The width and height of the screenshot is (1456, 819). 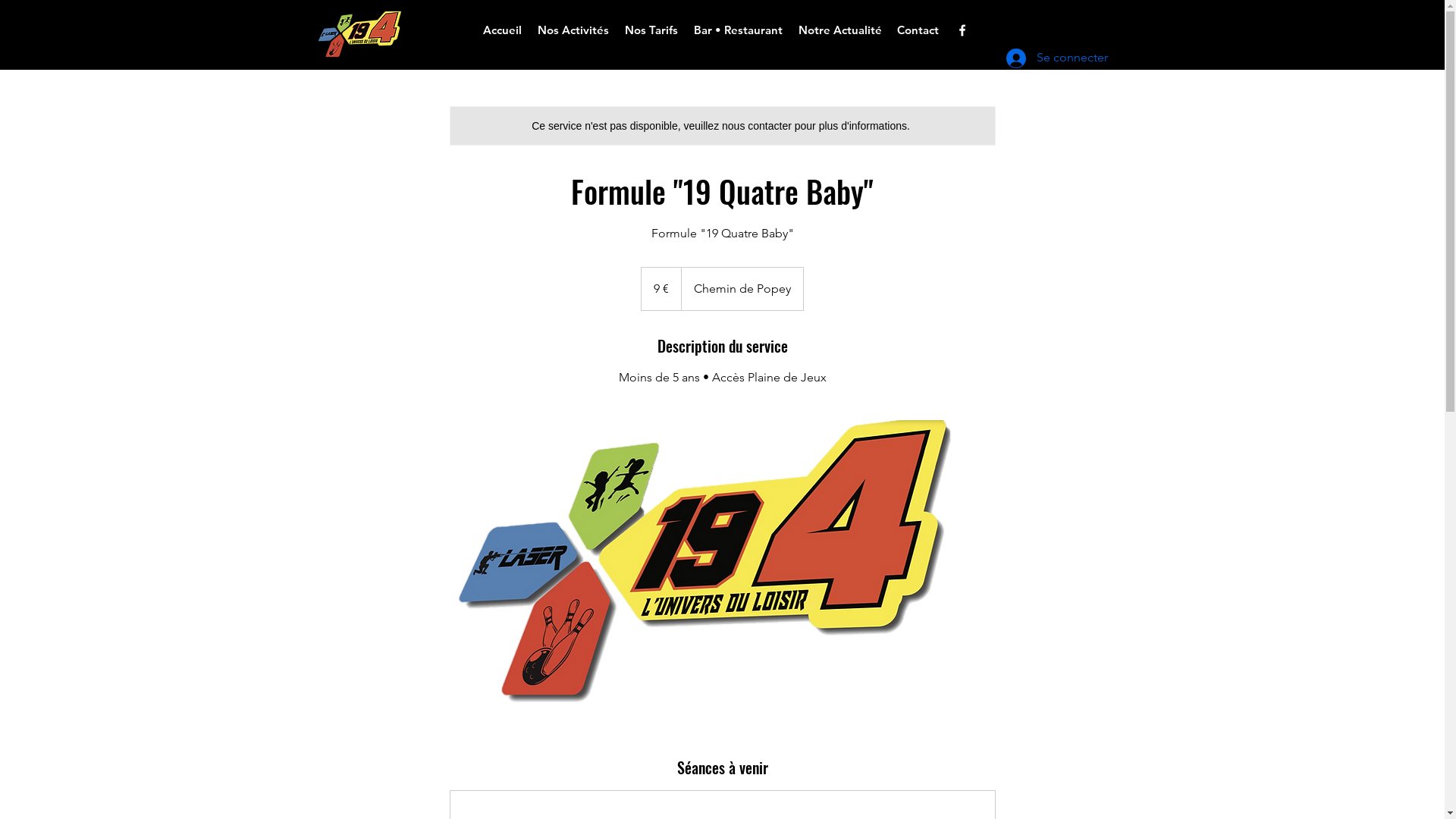 I want to click on 'Nos Tarifs', so click(x=651, y=30).